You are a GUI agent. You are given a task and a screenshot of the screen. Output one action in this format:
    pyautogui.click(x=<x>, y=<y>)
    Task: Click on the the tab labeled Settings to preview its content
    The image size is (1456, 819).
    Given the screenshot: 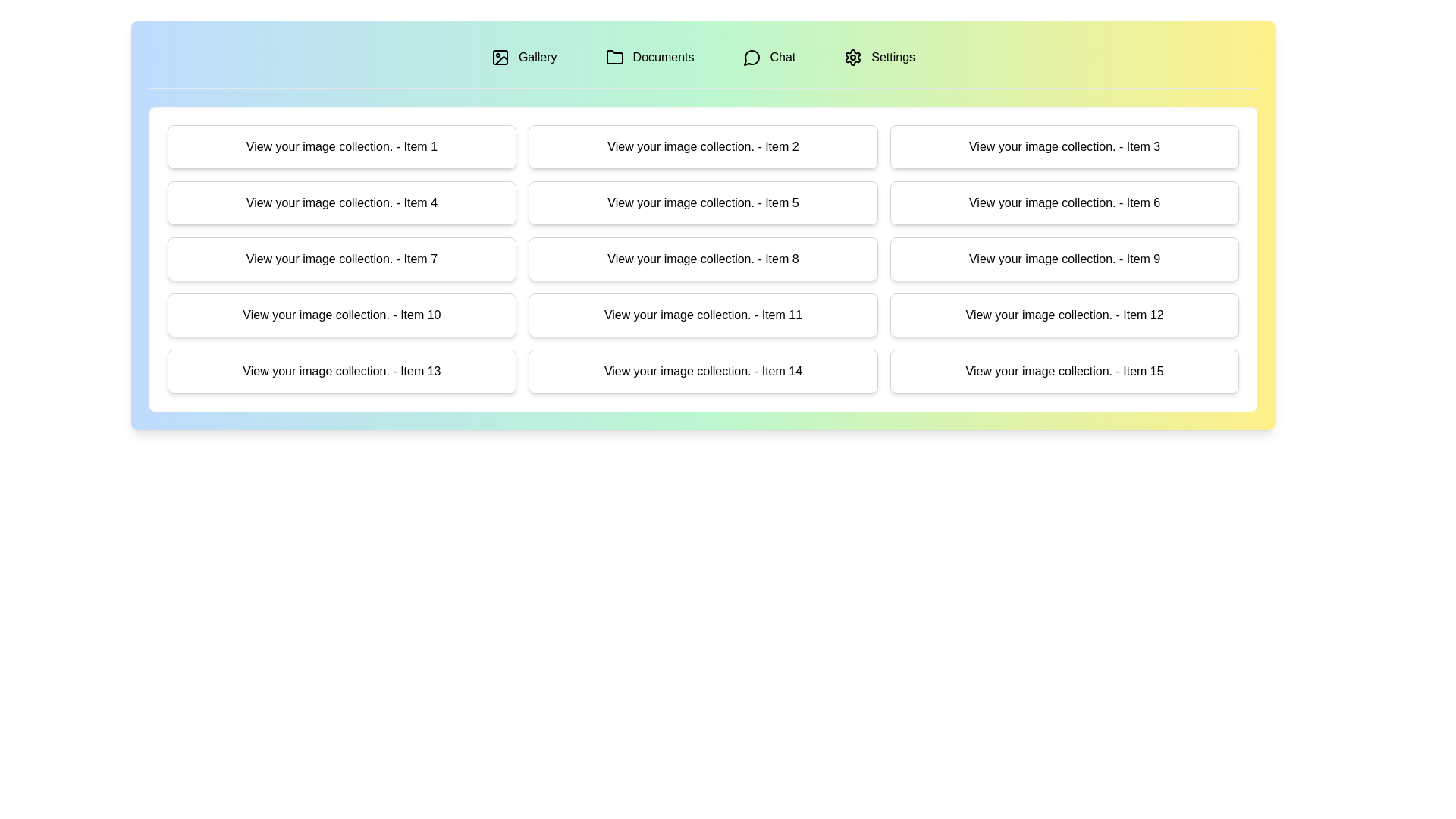 What is the action you would take?
    pyautogui.click(x=880, y=57)
    